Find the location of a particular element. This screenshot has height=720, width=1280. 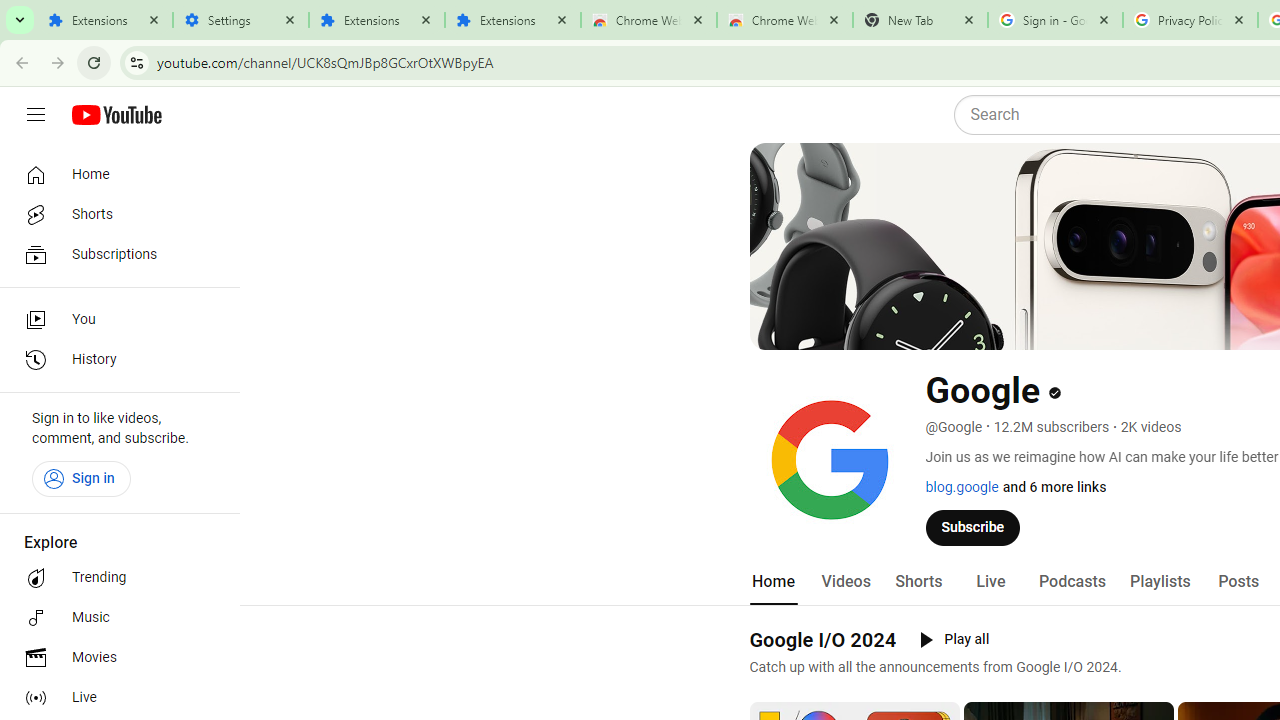

'Movies' is located at coordinates (112, 658).